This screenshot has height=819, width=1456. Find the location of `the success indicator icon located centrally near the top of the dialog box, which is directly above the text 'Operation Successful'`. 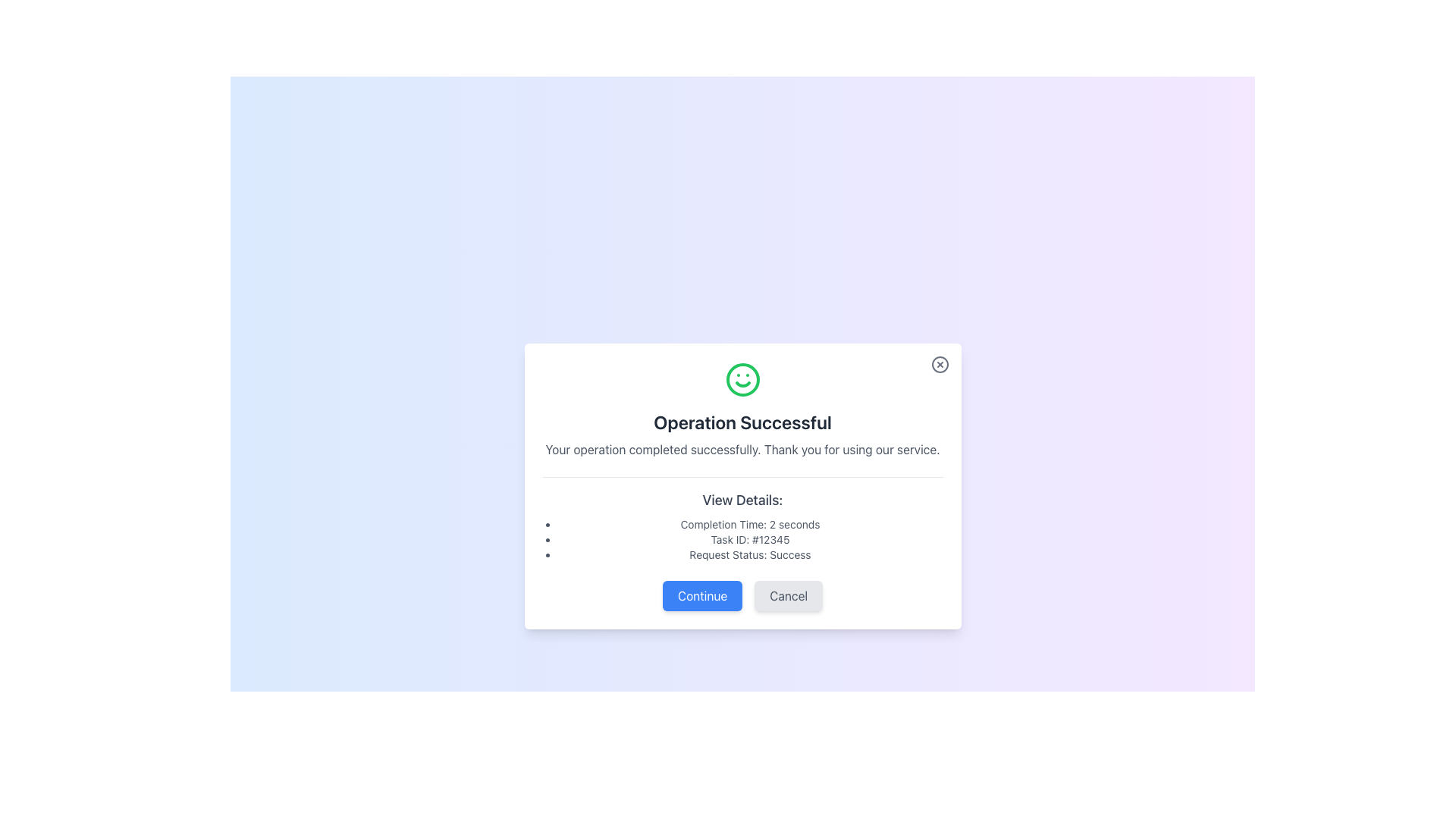

the success indicator icon located centrally near the top of the dialog box, which is directly above the text 'Operation Successful' is located at coordinates (742, 378).